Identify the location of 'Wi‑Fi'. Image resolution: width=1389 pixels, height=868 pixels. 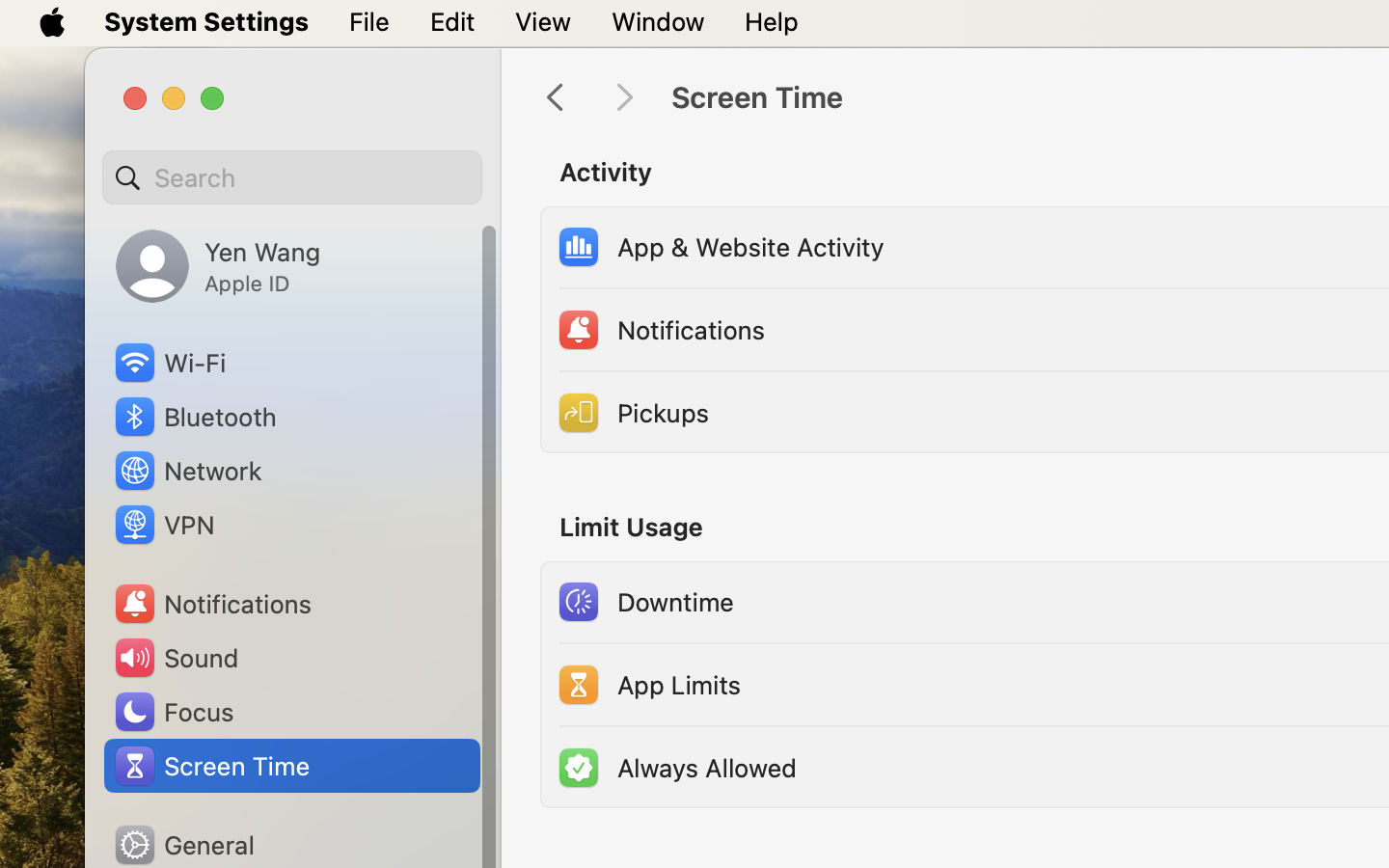
(167, 363).